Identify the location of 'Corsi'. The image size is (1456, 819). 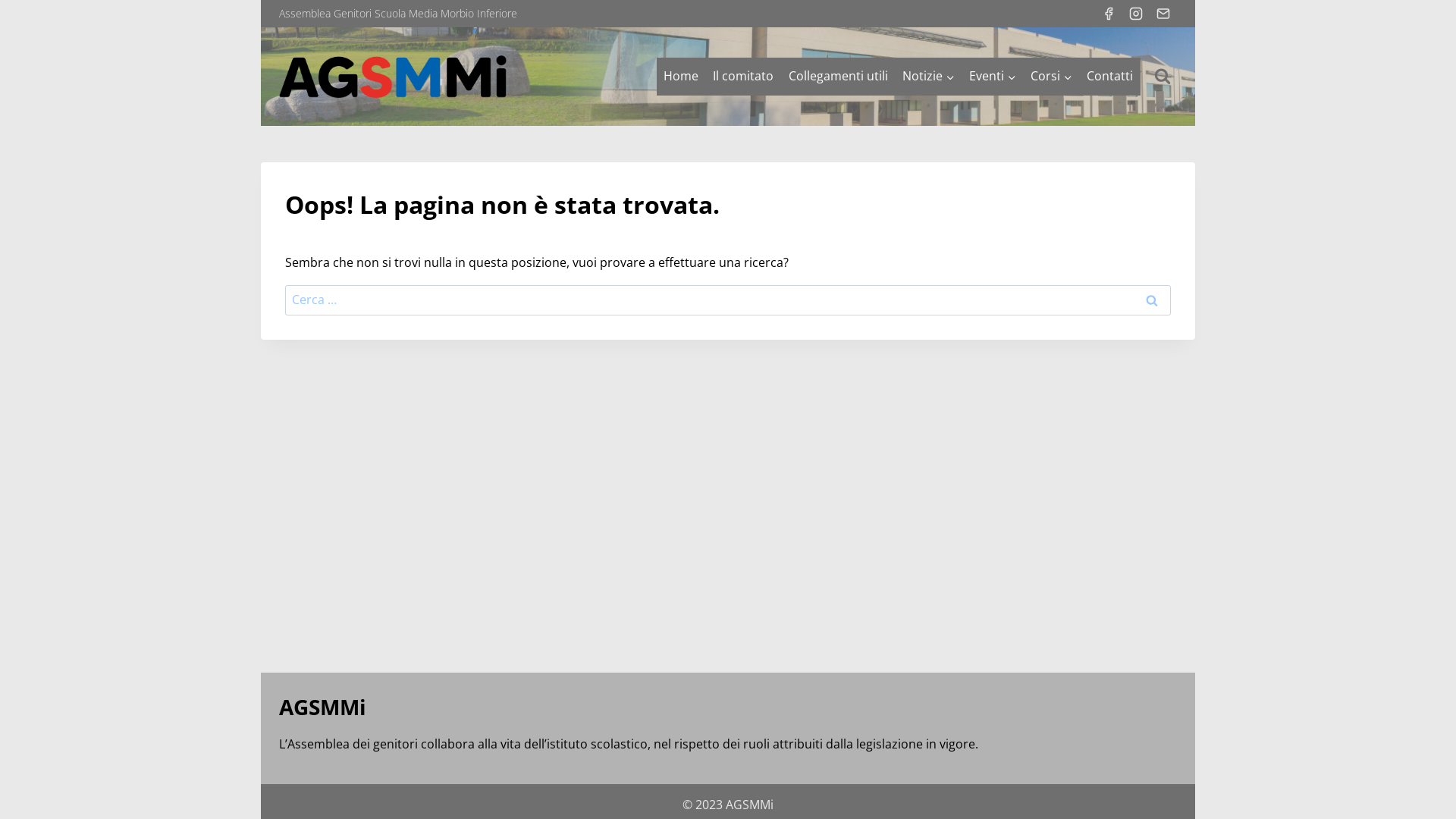
(1051, 76).